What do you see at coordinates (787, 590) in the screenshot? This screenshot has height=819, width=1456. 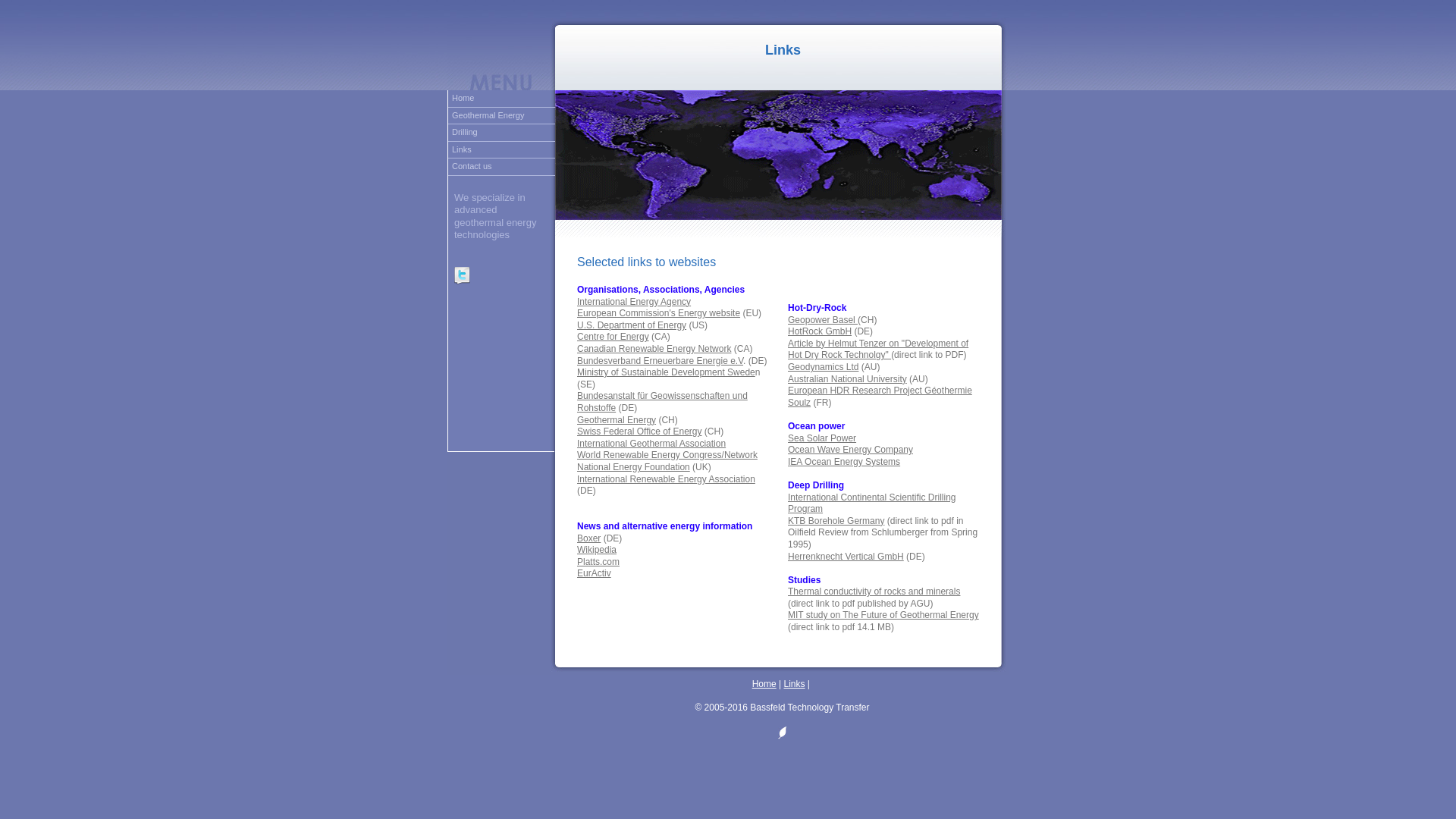 I see `'Thermal conductivity of rocks and minerals'` at bounding box center [787, 590].